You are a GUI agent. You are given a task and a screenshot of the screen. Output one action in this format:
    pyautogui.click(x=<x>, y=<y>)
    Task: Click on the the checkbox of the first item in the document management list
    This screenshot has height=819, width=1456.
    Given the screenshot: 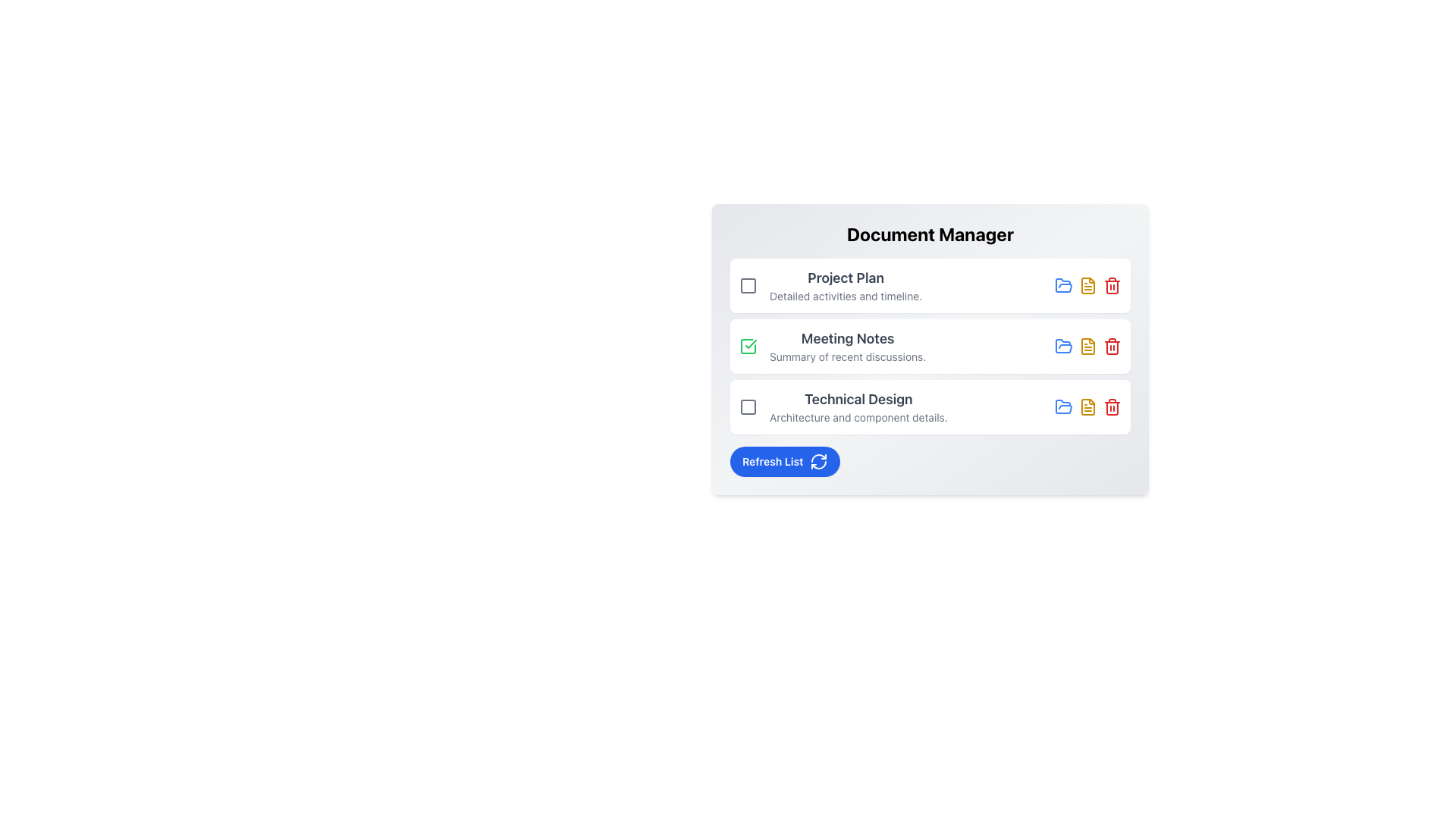 What is the action you would take?
    pyautogui.click(x=930, y=286)
    